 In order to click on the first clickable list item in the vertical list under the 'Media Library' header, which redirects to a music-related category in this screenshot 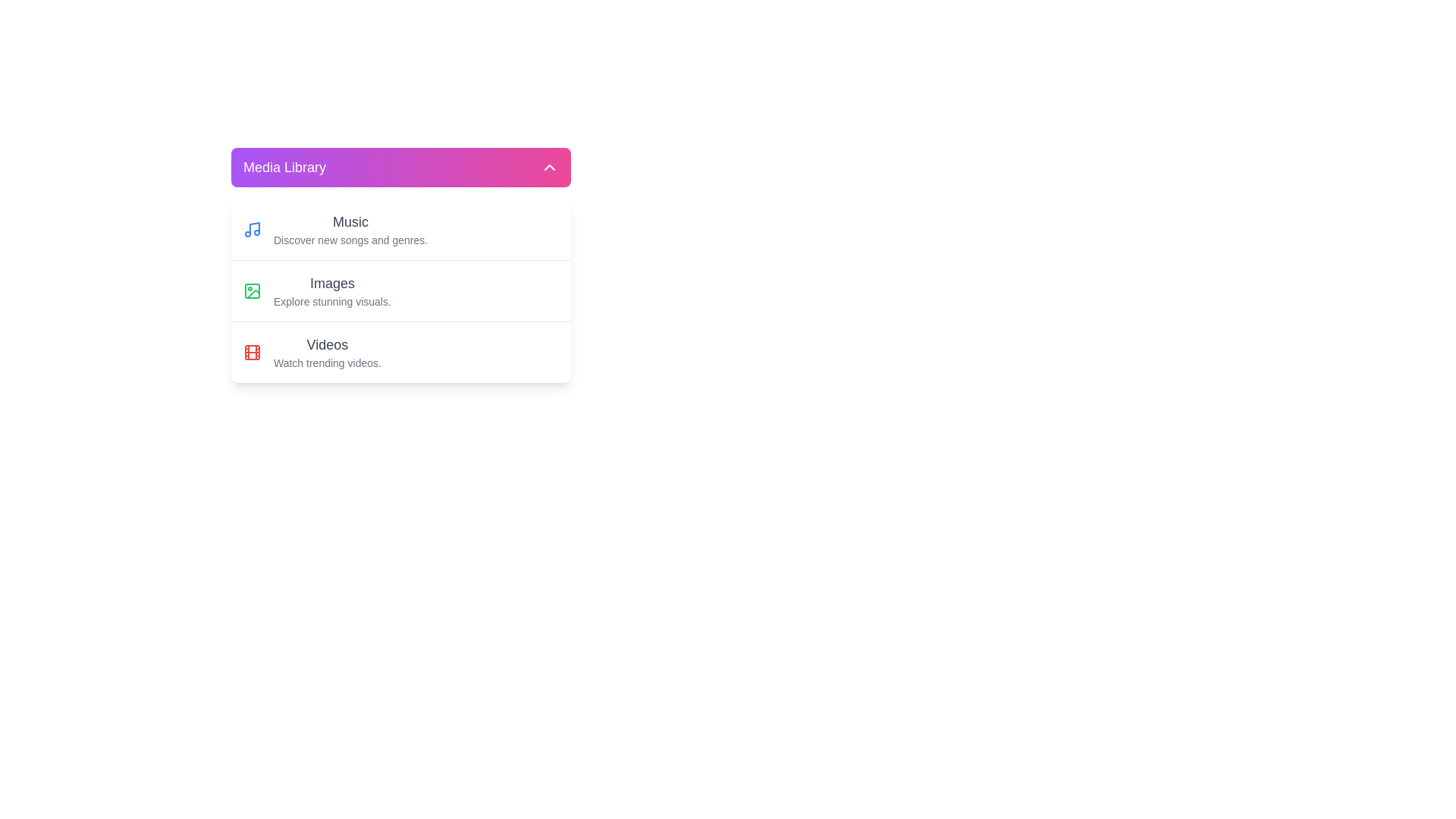, I will do `click(400, 230)`.